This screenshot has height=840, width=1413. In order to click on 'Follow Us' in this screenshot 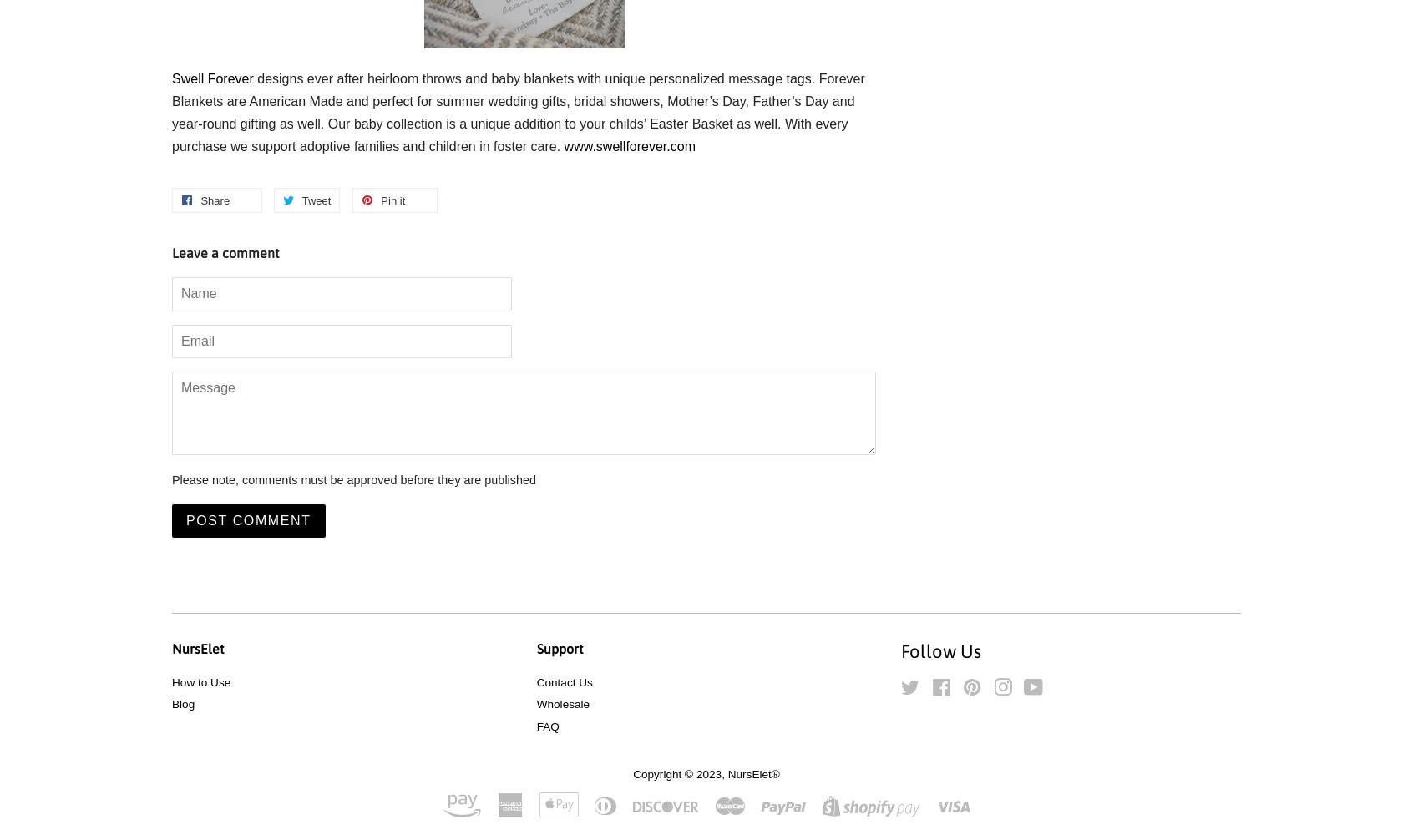, I will do `click(941, 650)`.